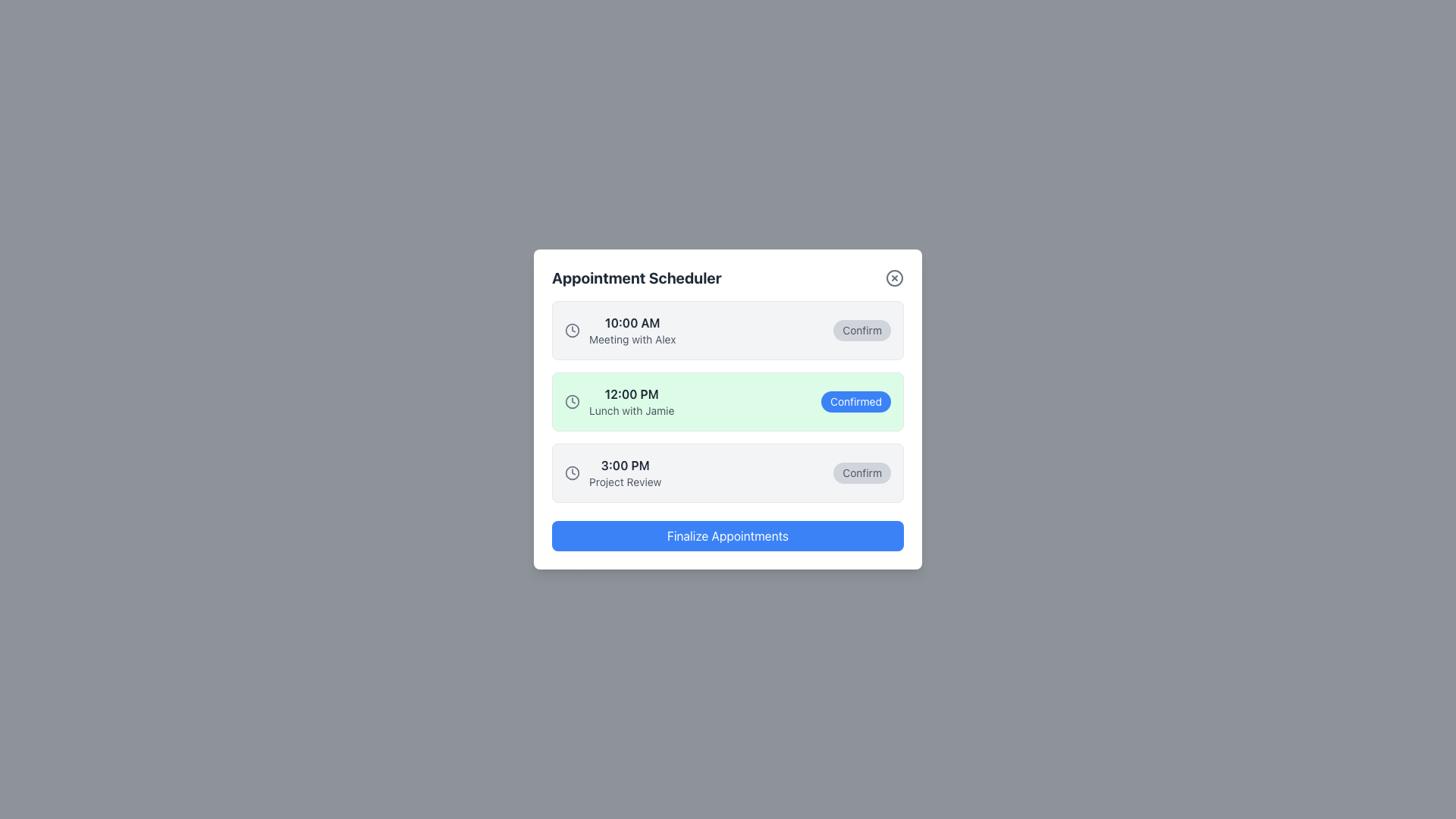  Describe the element at coordinates (625, 472) in the screenshot. I see `event information displayed in the third entry of the vertical list, which represents a scheduled 'Project Review' meeting` at that location.